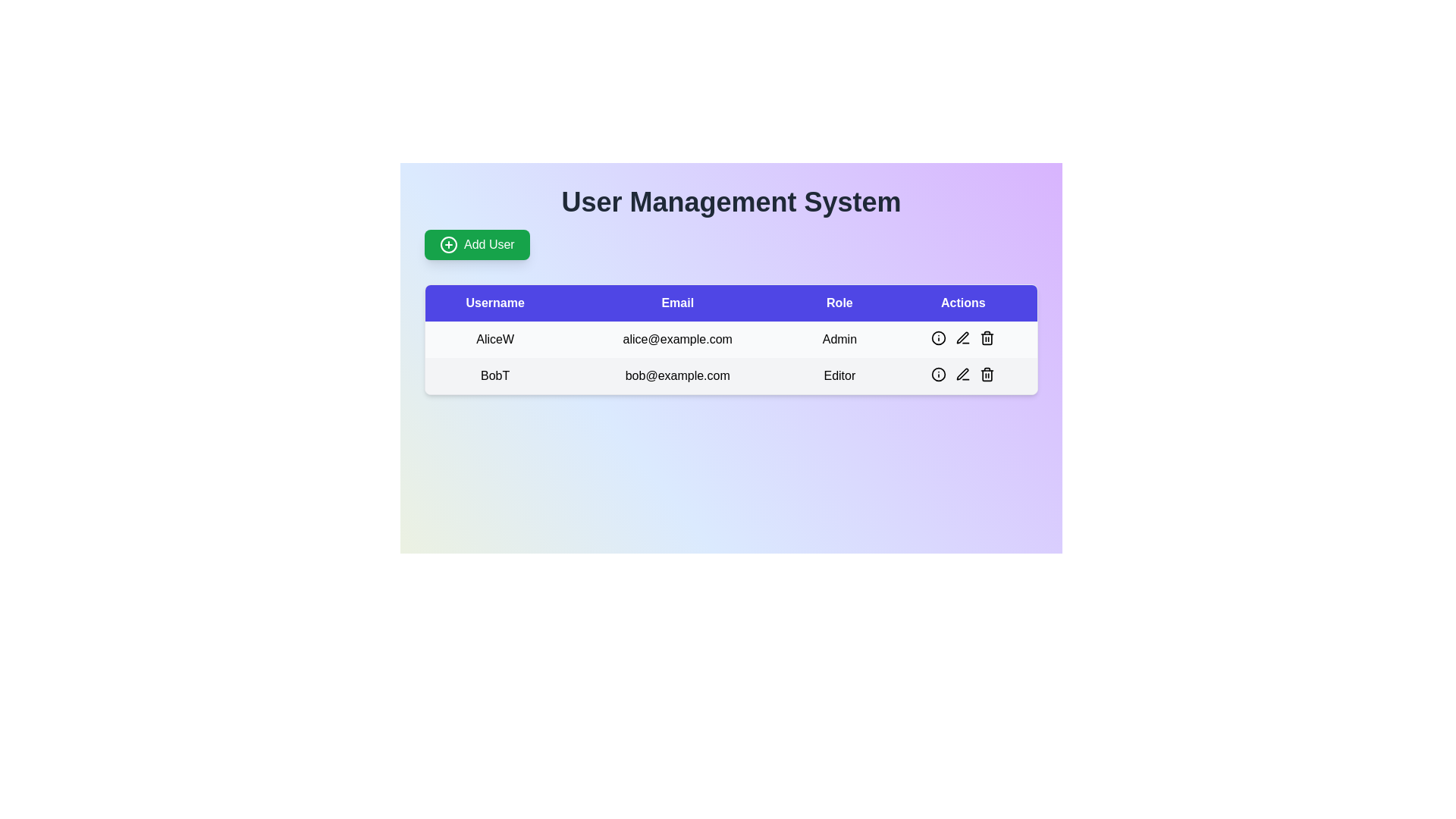 The height and width of the screenshot is (819, 1456). I want to click on the text element reading 'Admin' located in the Role column of the user 'AliceW' in the table, so click(839, 338).